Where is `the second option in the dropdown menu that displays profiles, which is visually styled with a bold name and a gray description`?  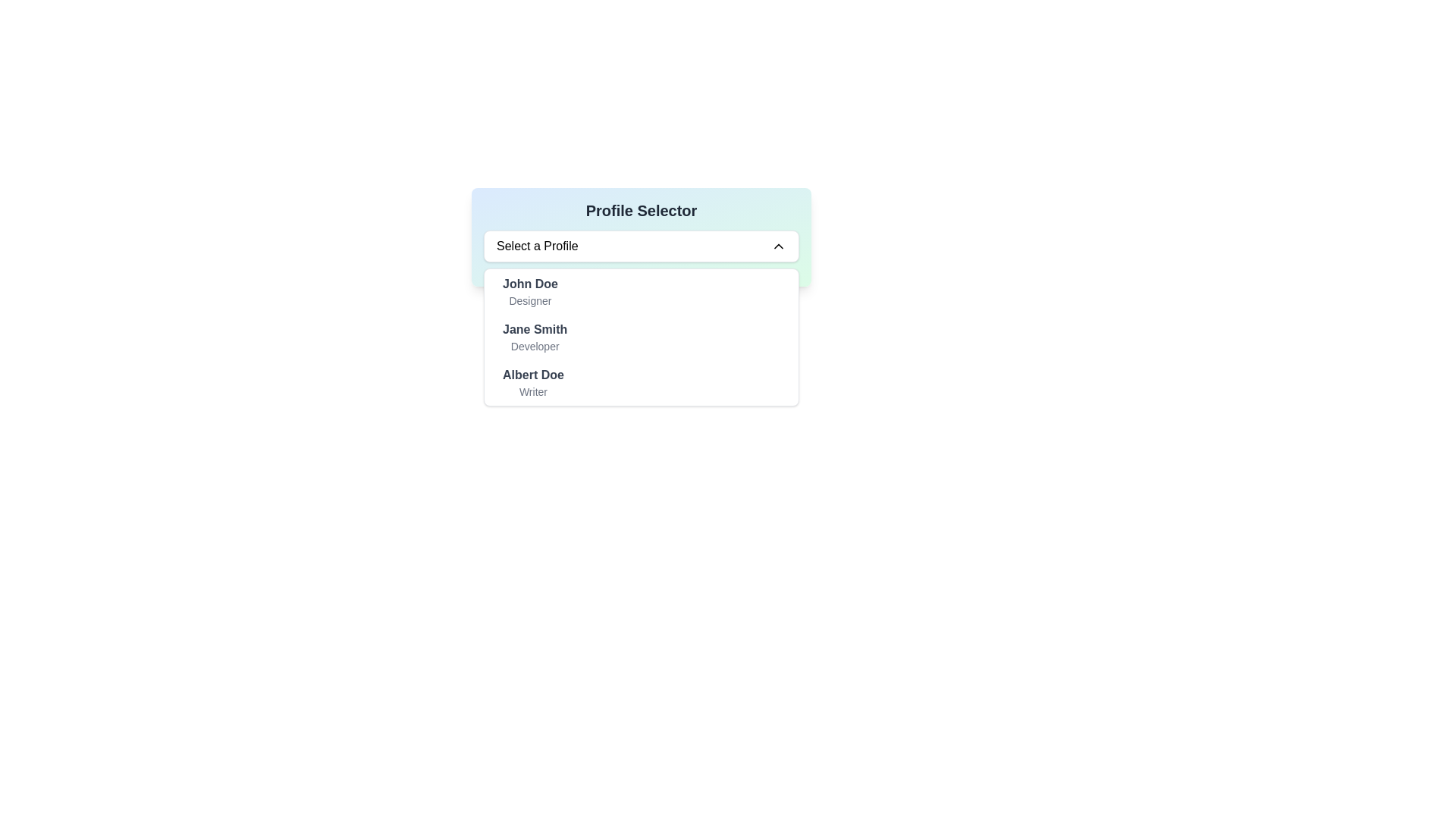
the second option in the dropdown menu that displays profiles, which is visually styled with a bold name and a gray description is located at coordinates (641, 336).